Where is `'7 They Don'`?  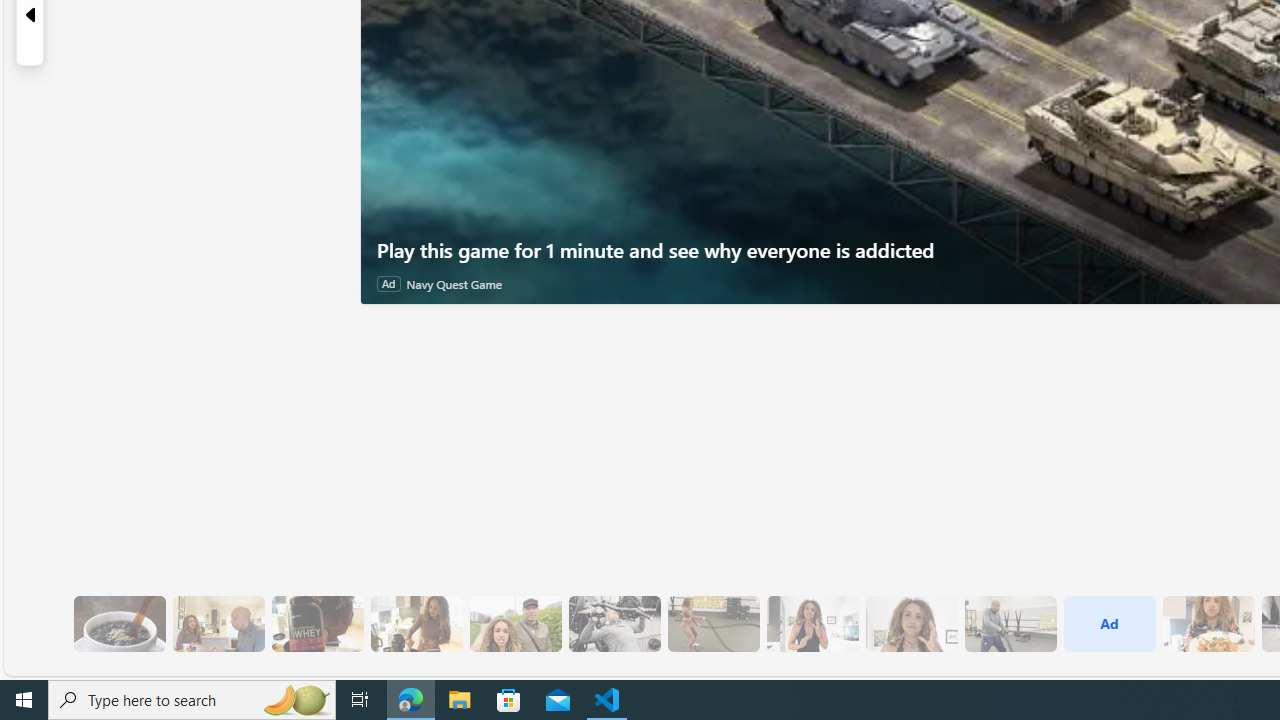 '7 They Don' is located at coordinates (415, 623).